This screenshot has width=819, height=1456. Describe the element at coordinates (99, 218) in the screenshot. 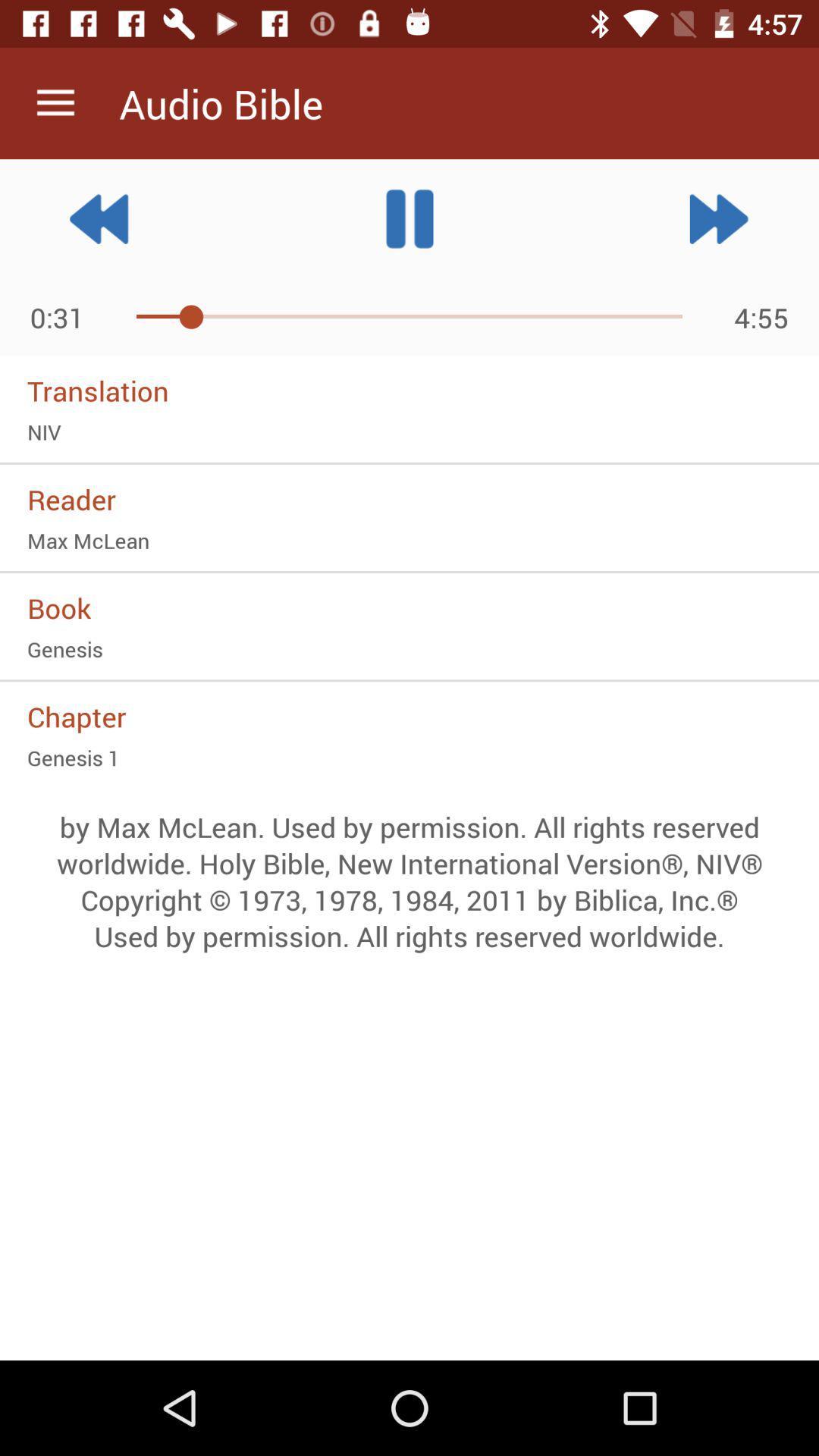

I see `the av_rewind icon` at that location.